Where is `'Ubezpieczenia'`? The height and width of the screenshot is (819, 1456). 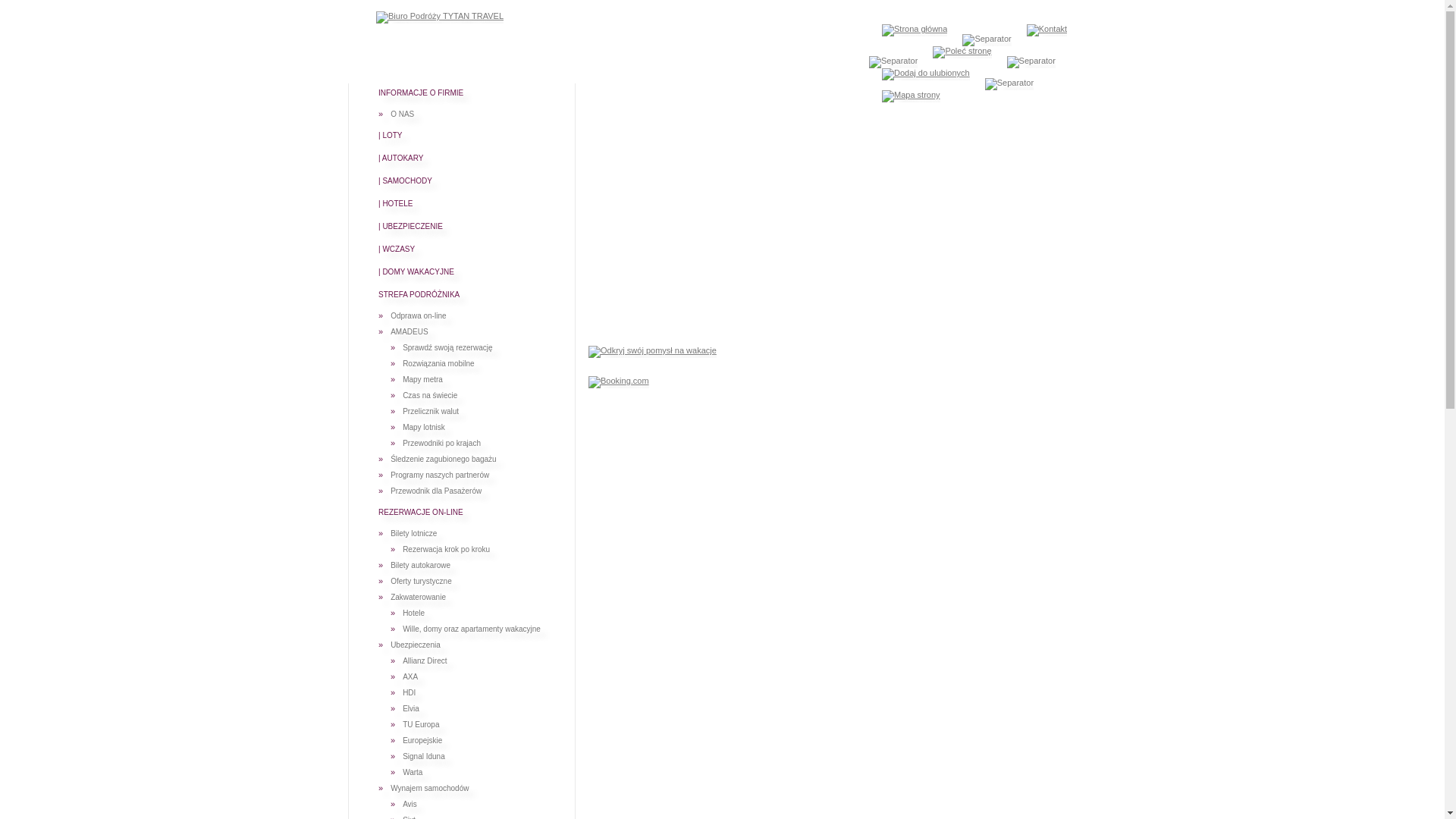
'Ubezpieczenia' is located at coordinates (415, 645).